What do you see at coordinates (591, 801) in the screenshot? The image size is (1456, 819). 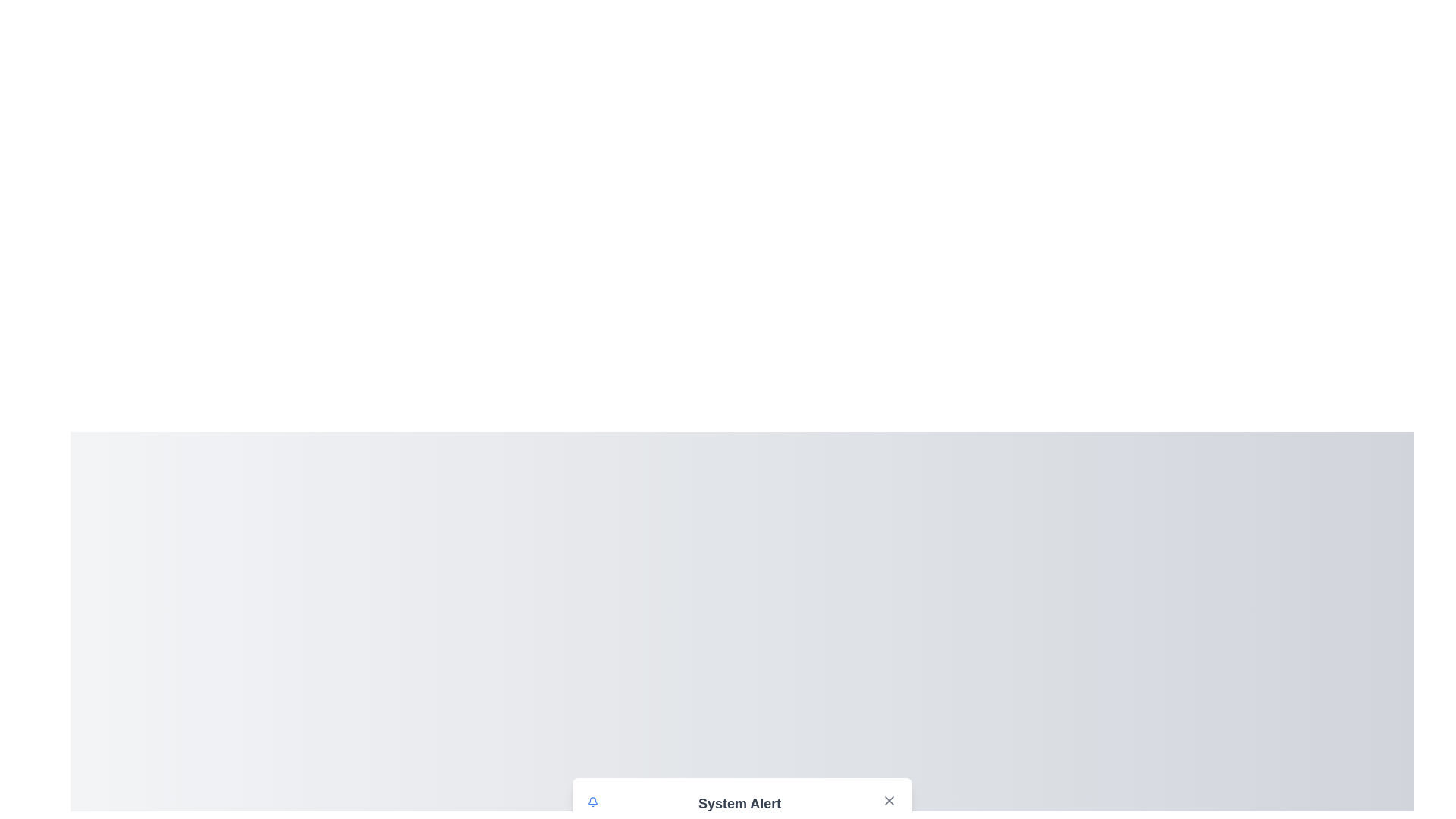 I see `the blue bell-shaped icon located at the far left side of the notification panel titled 'System Alert'` at bounding box center [591, 801].